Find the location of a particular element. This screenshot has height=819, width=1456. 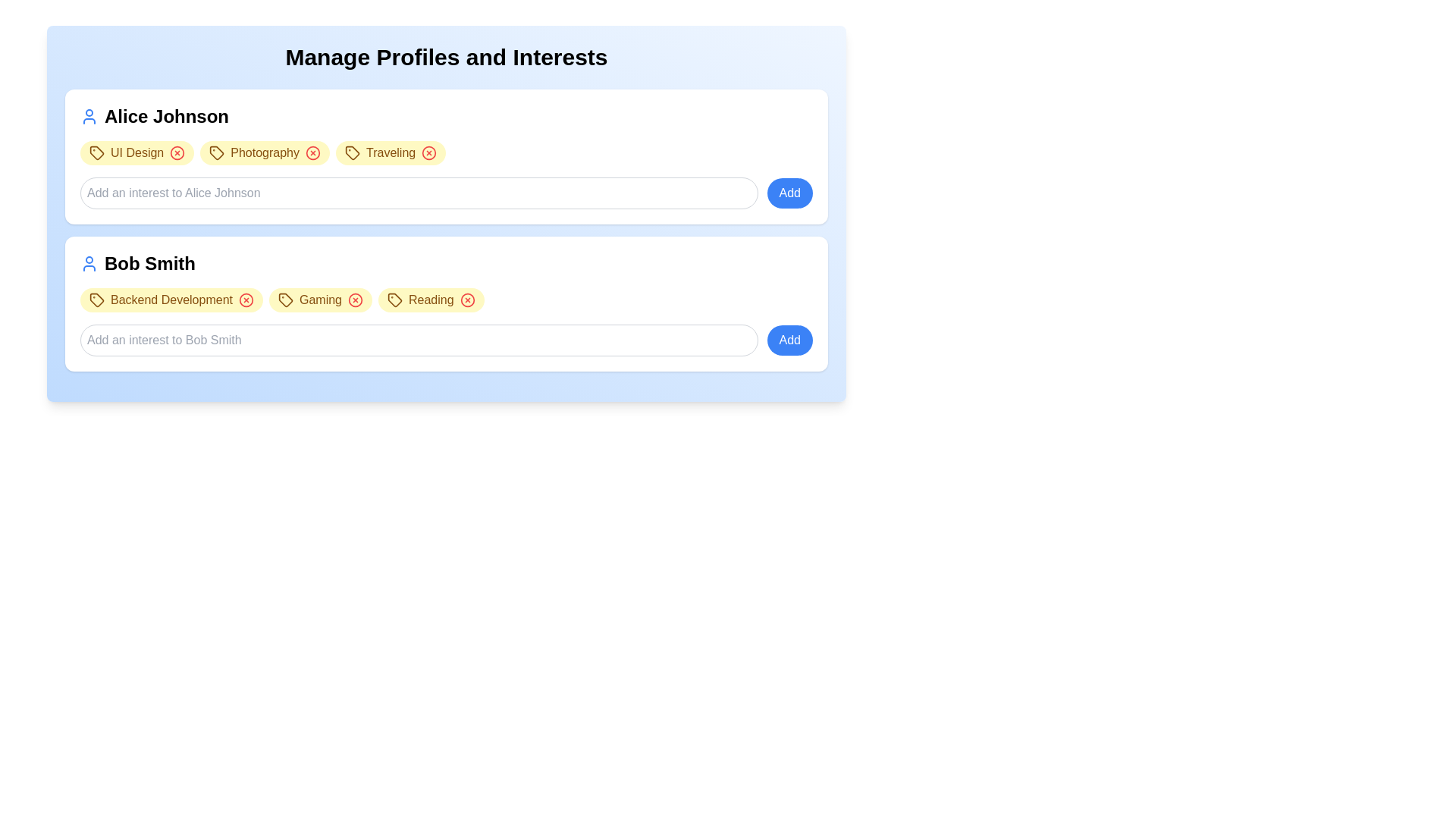

the small tag-shaped icon with a current color outline preceding the text 'Backend Development' in Bob Smith's interests list is located at coordinates (96, 300).